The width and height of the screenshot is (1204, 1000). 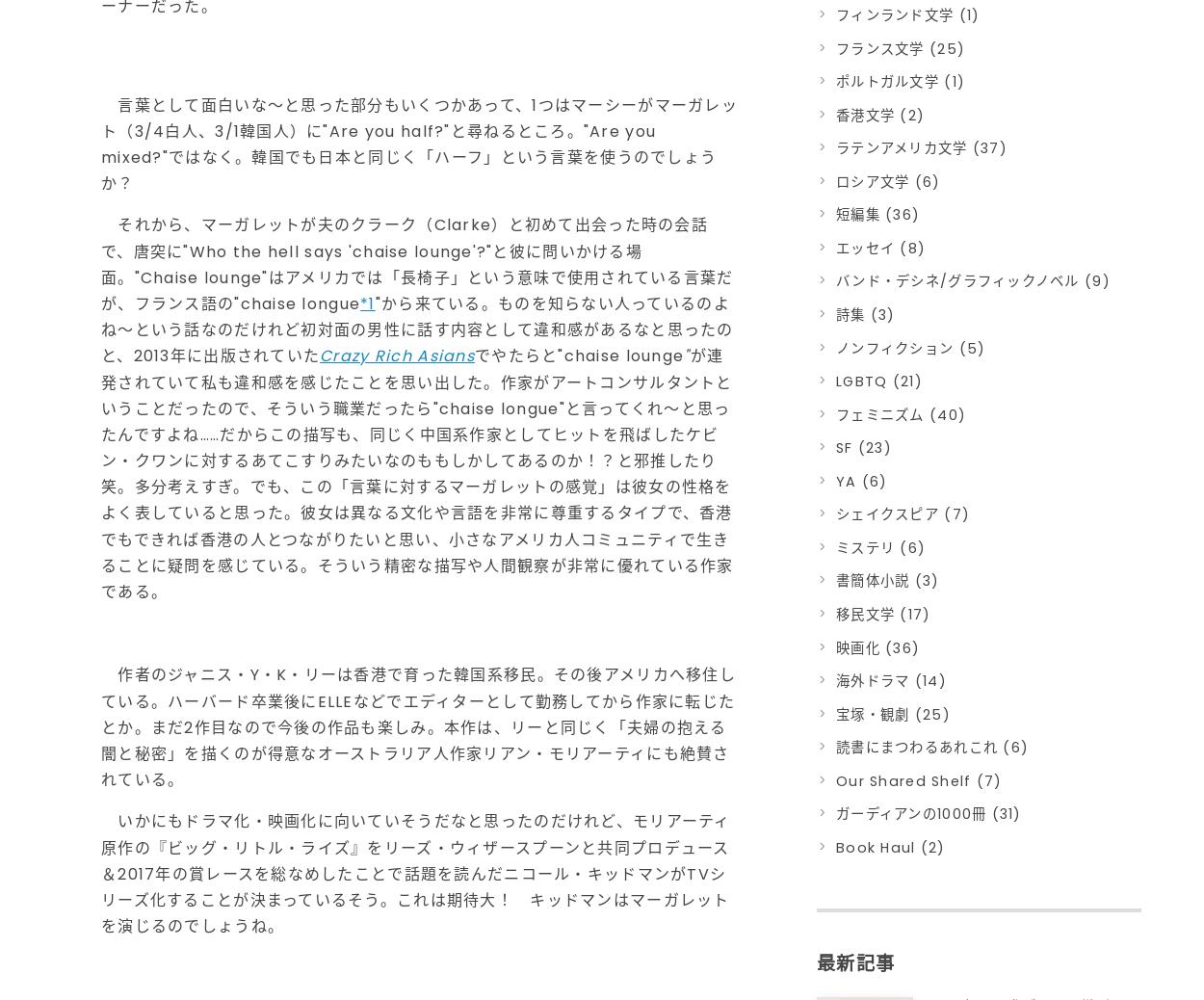 What do you see at coordinates (417, 264) in the screenshot?
I see `'それから、マーガレットが夫のクラーク（Clarke）と初めて出会った時の会話で、唐突に"Who the hell says 'chaise lounge'?"と彼に問いかける場面。"Chaise lounge"はアメリカでは「長椅子」という意味で使用されている言葉だが、フランス語の"chaise longue'` at bounding box center [417, 264].